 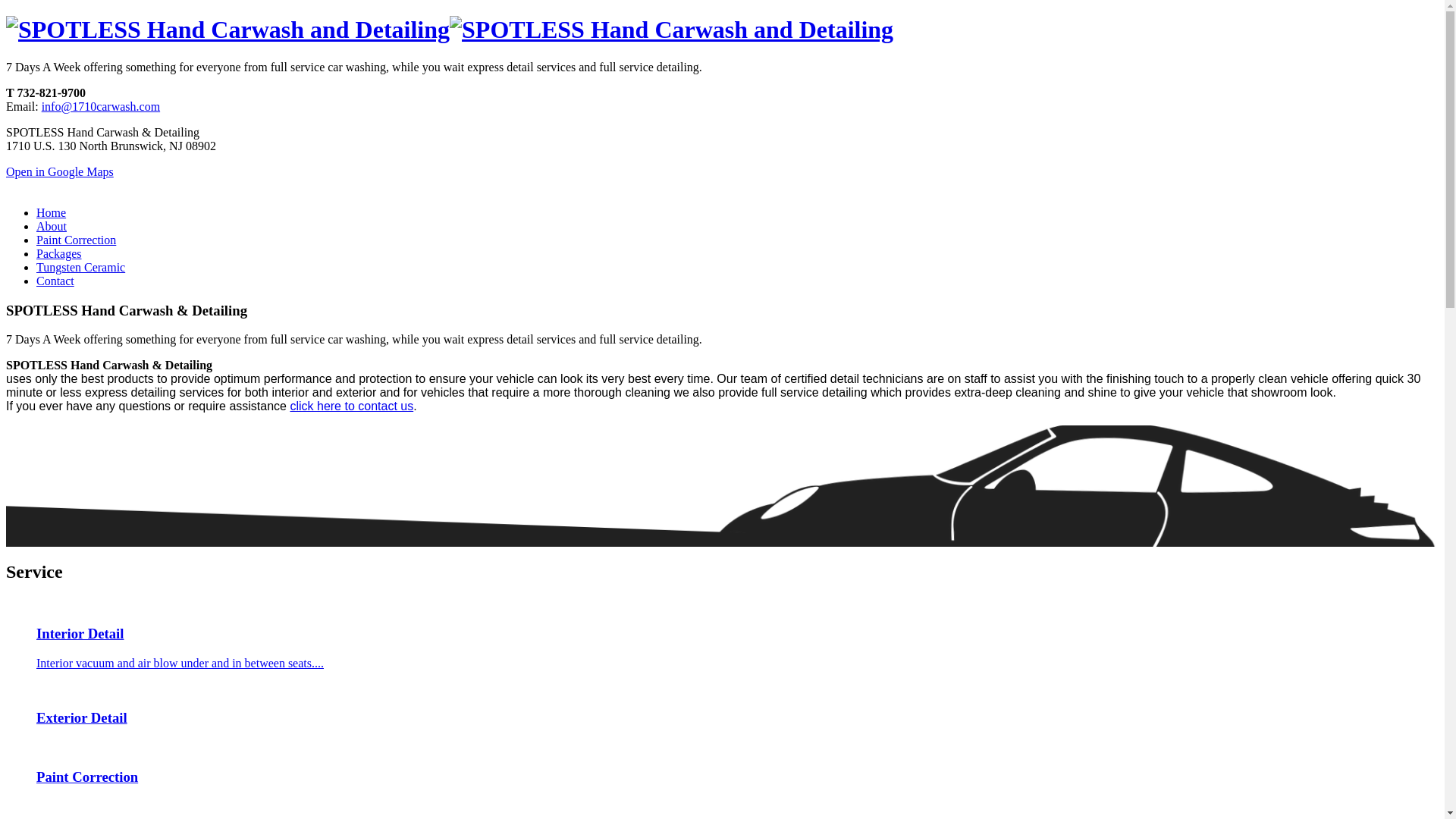 I want to click on 'Paint Correction', so click(x=75, y=239).